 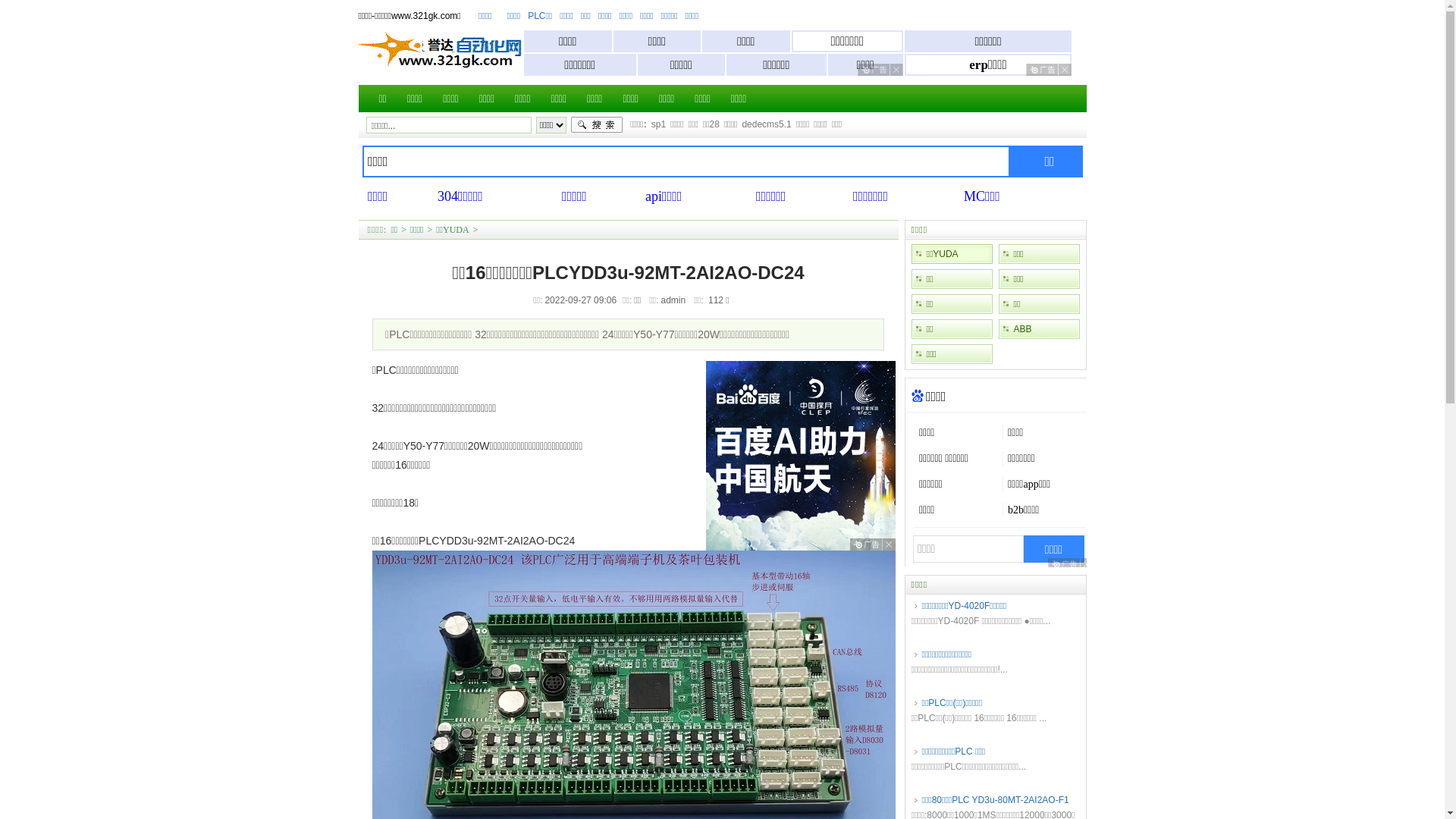 What do you see at coordinates (1037, 328) in the screenshot?
I see `'ABB'` at bounding box center [1037, 328].